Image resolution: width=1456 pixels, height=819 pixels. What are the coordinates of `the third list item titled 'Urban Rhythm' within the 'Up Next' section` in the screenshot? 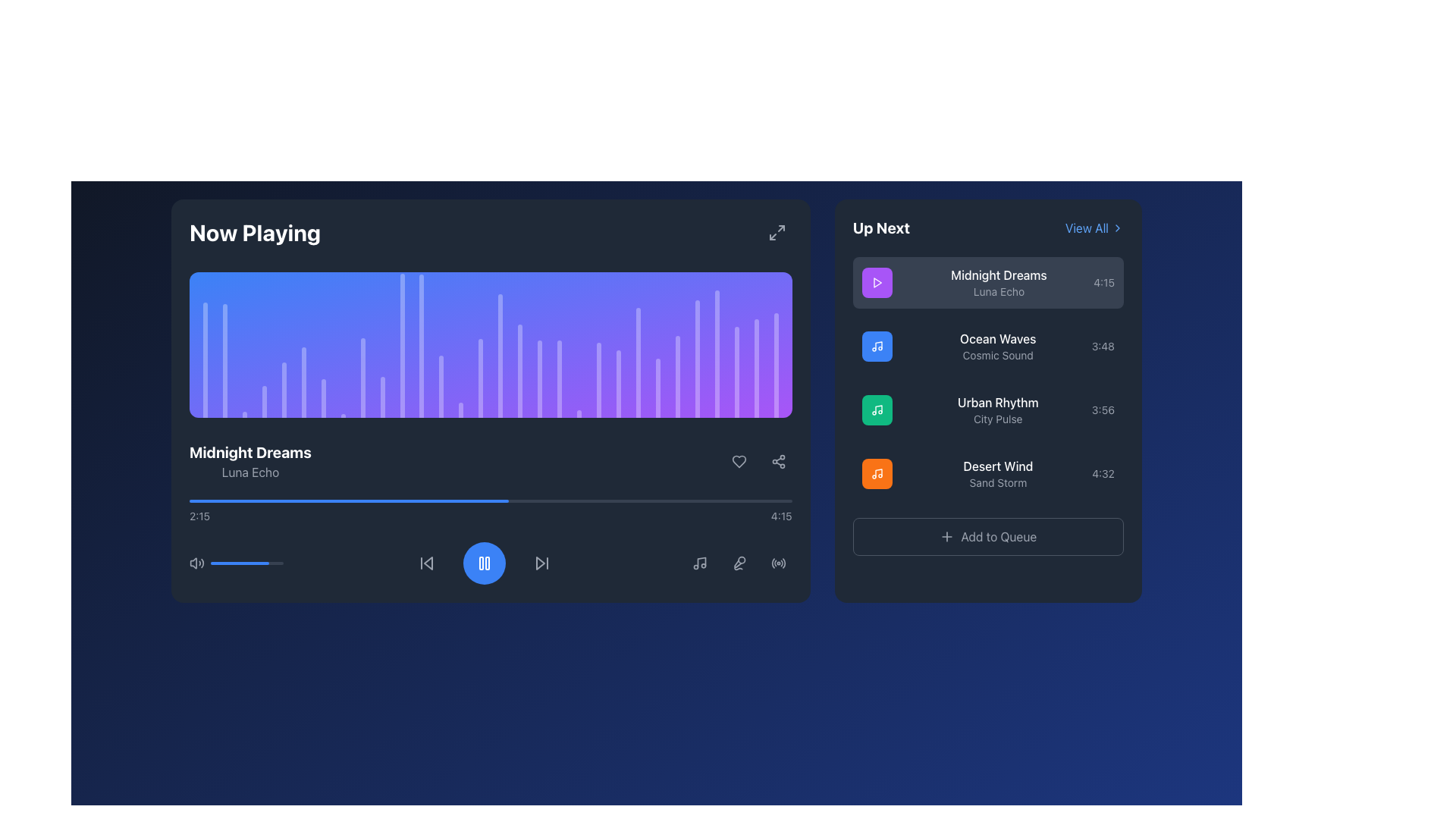 It's located at (988, 409).